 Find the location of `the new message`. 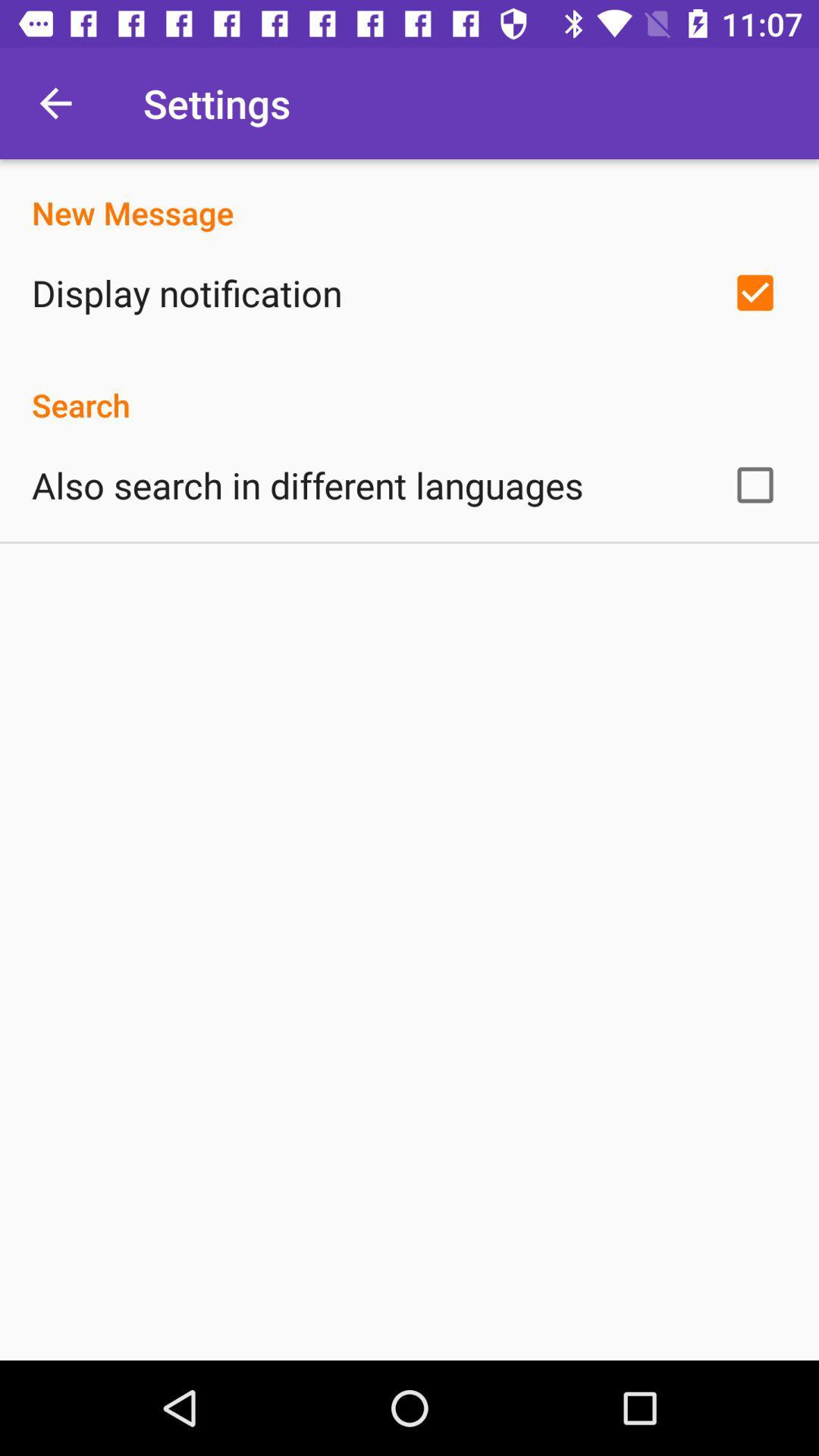

the new message is located at coordinates (409, 196).